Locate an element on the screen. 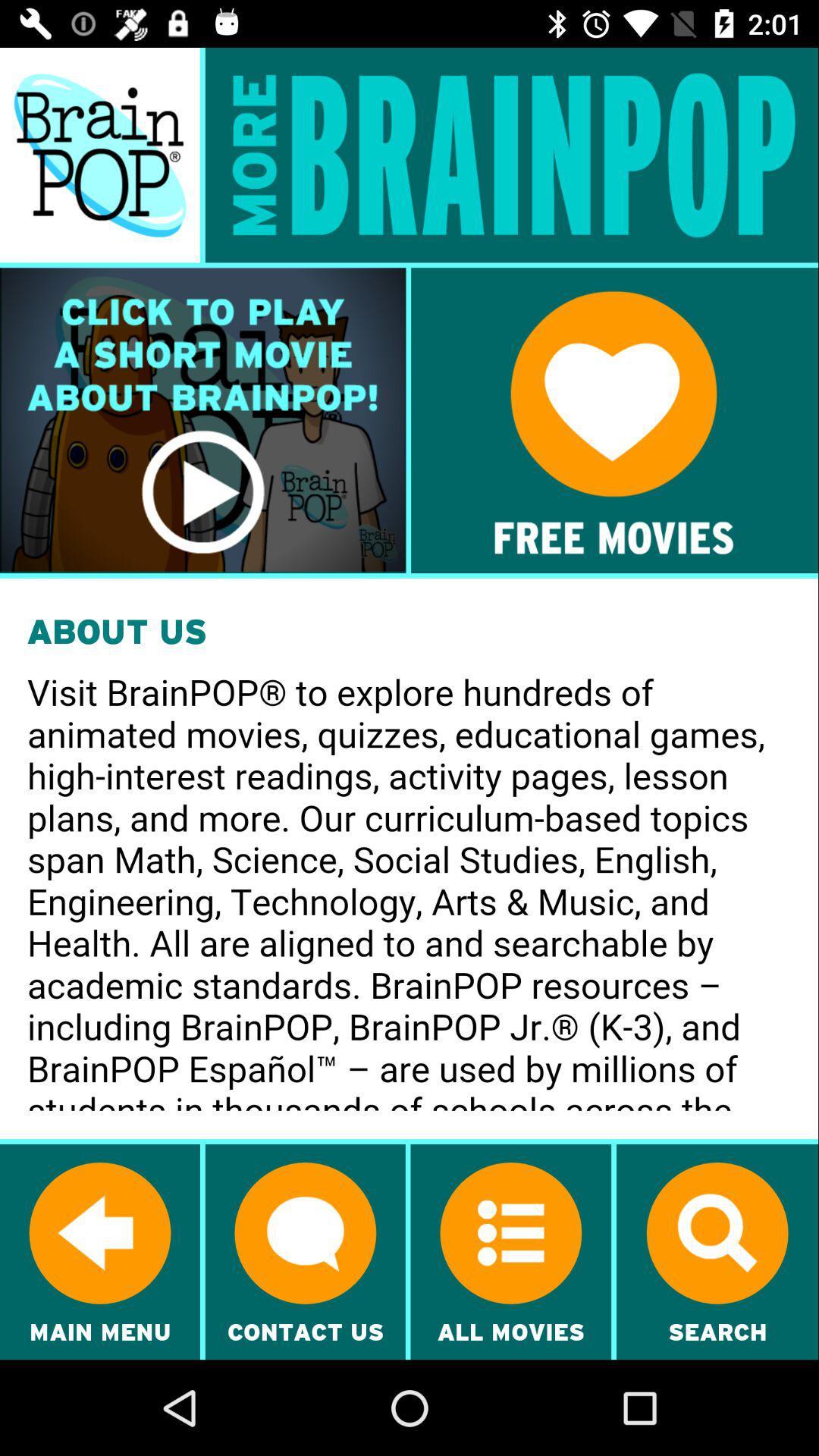  free movies is located at coordinates (614, 420).